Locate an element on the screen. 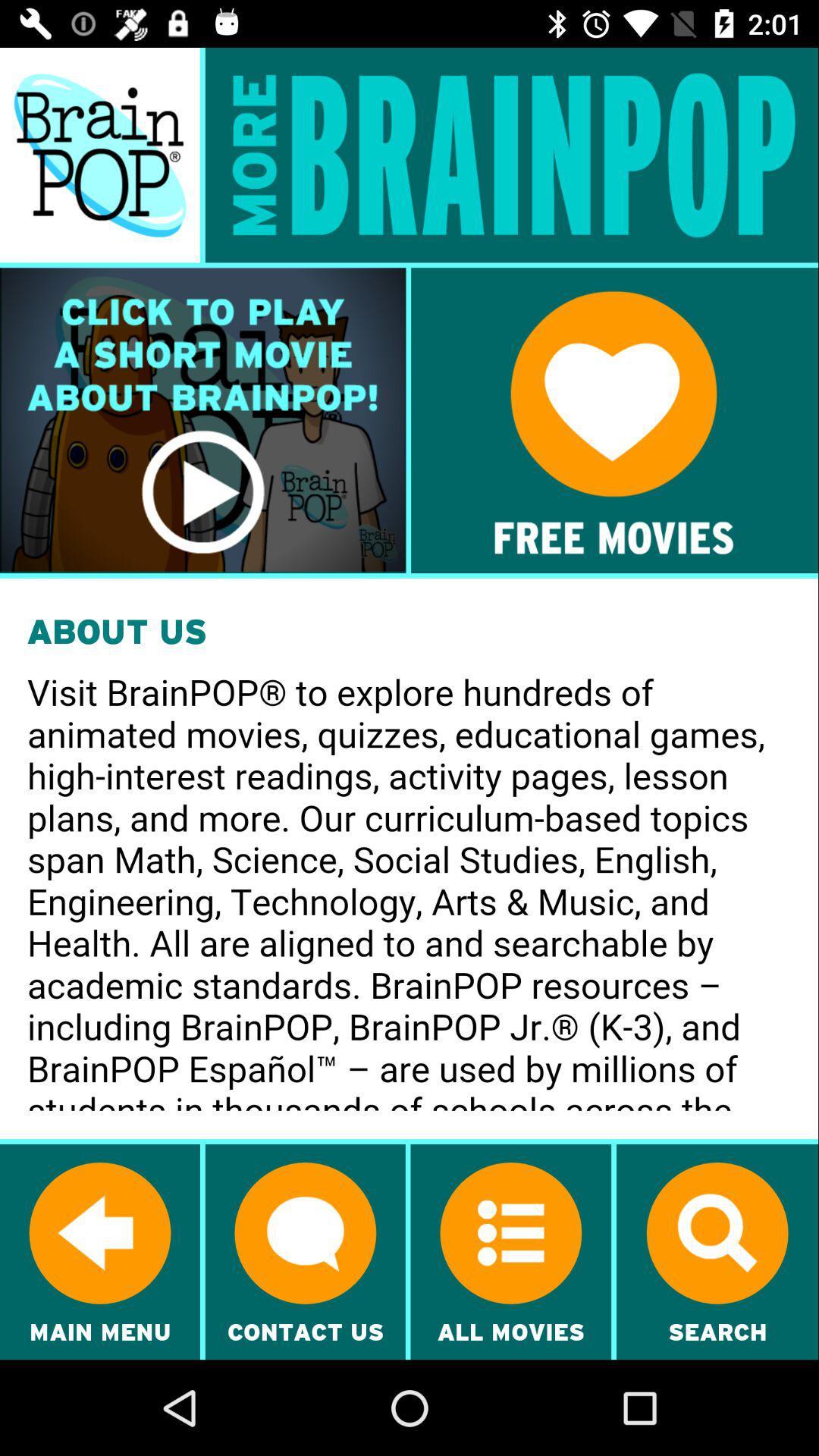  free movies is located at coordinates (614, 420).